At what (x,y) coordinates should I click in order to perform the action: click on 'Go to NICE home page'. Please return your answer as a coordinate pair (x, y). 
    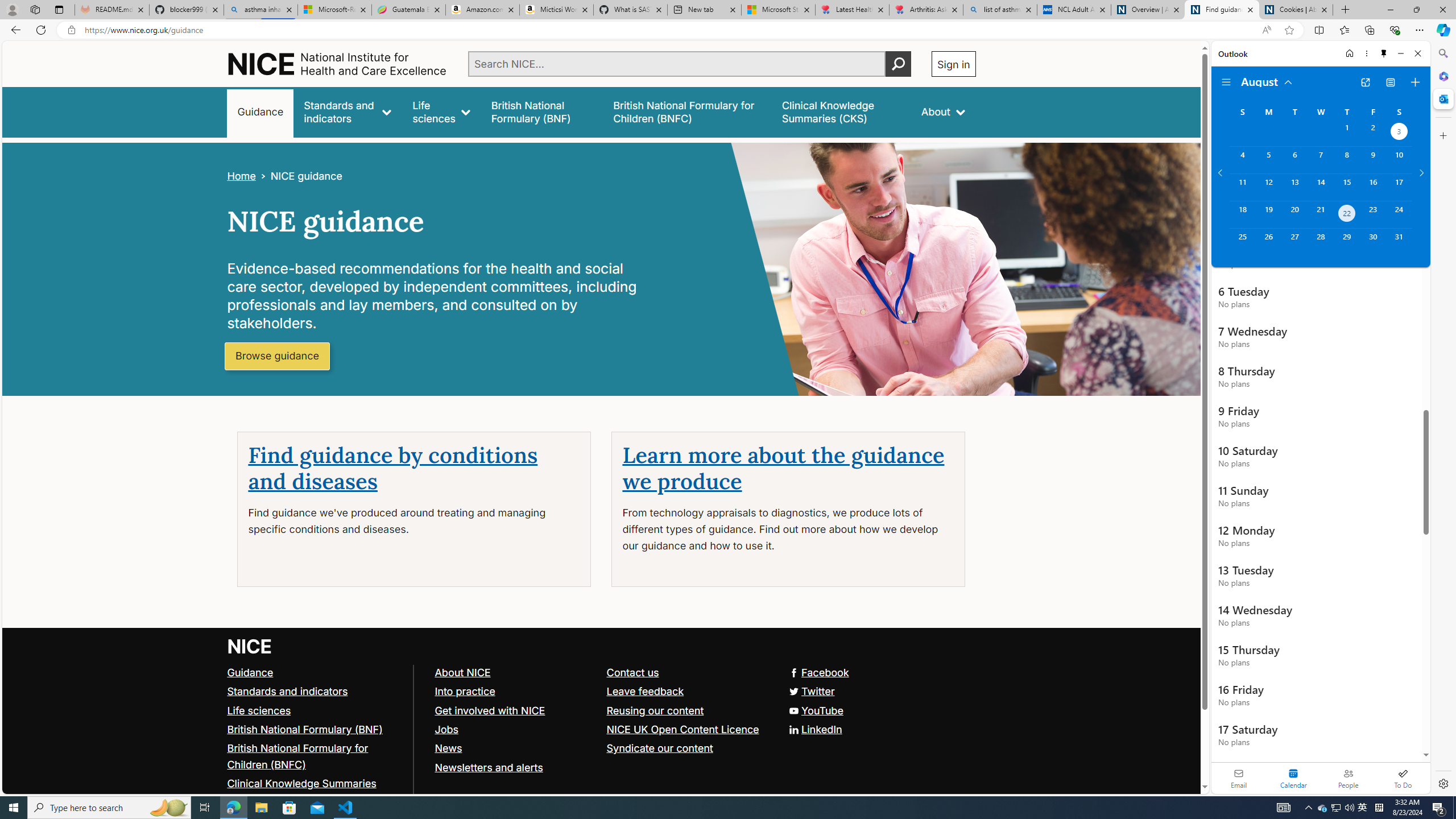
    Looking at the image, I should click on (250, 645).